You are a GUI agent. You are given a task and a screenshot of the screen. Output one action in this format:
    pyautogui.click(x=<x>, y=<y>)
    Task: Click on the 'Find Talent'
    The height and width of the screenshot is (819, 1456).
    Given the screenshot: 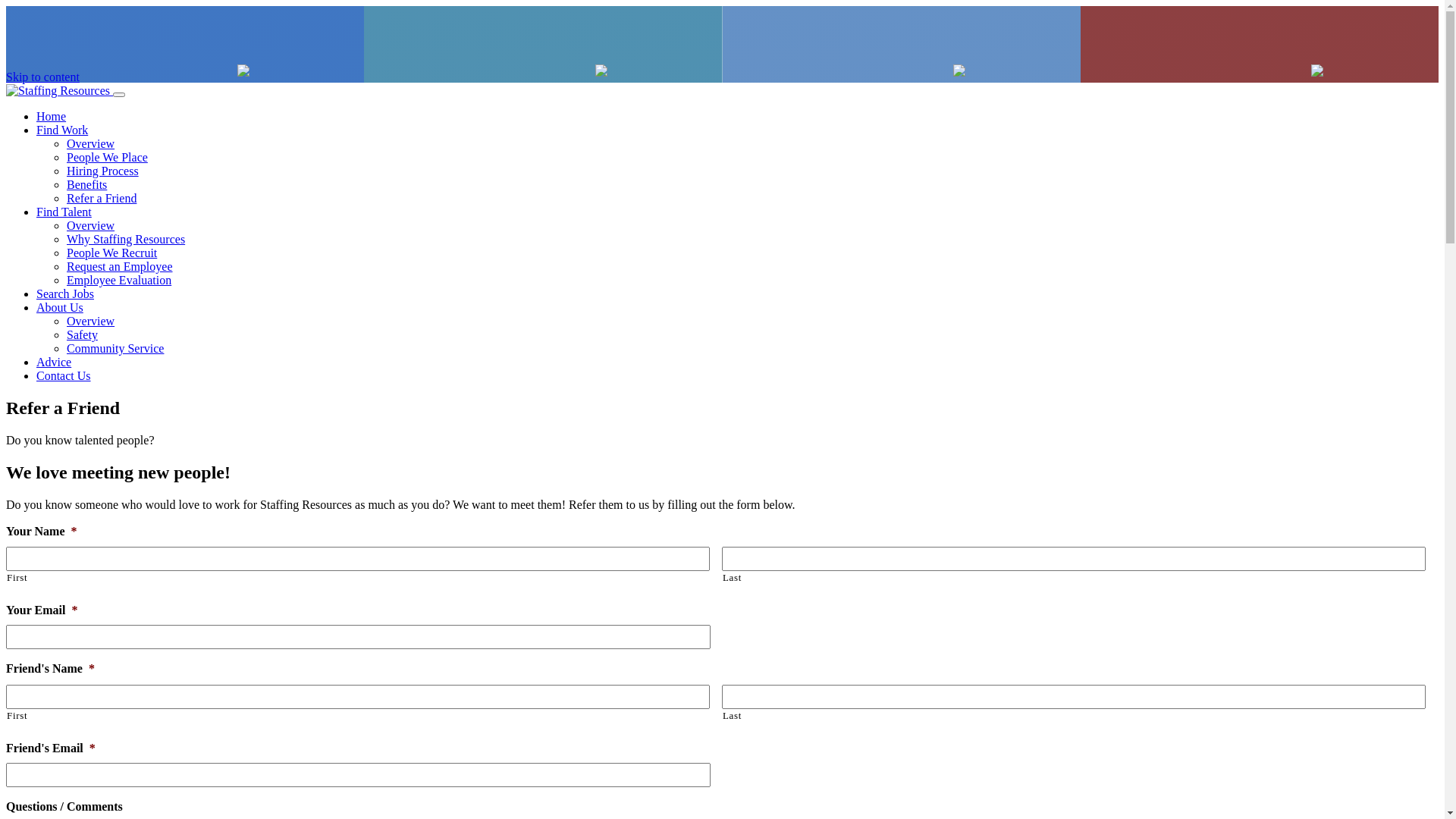 What is the action you would take?
    pyautogui.click(x=63, y=212)
    